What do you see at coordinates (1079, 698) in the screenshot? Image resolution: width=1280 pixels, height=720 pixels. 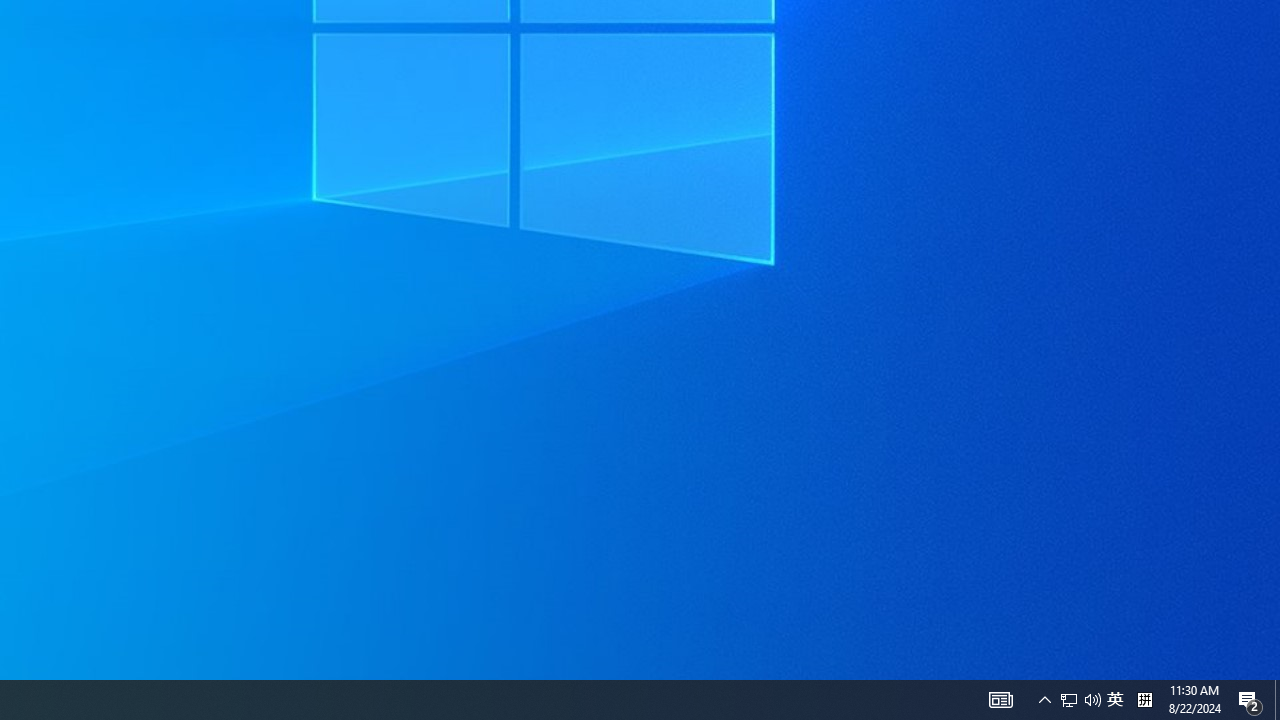 I see `'Q2790: 100%'` at bounding box center [1079, 698].